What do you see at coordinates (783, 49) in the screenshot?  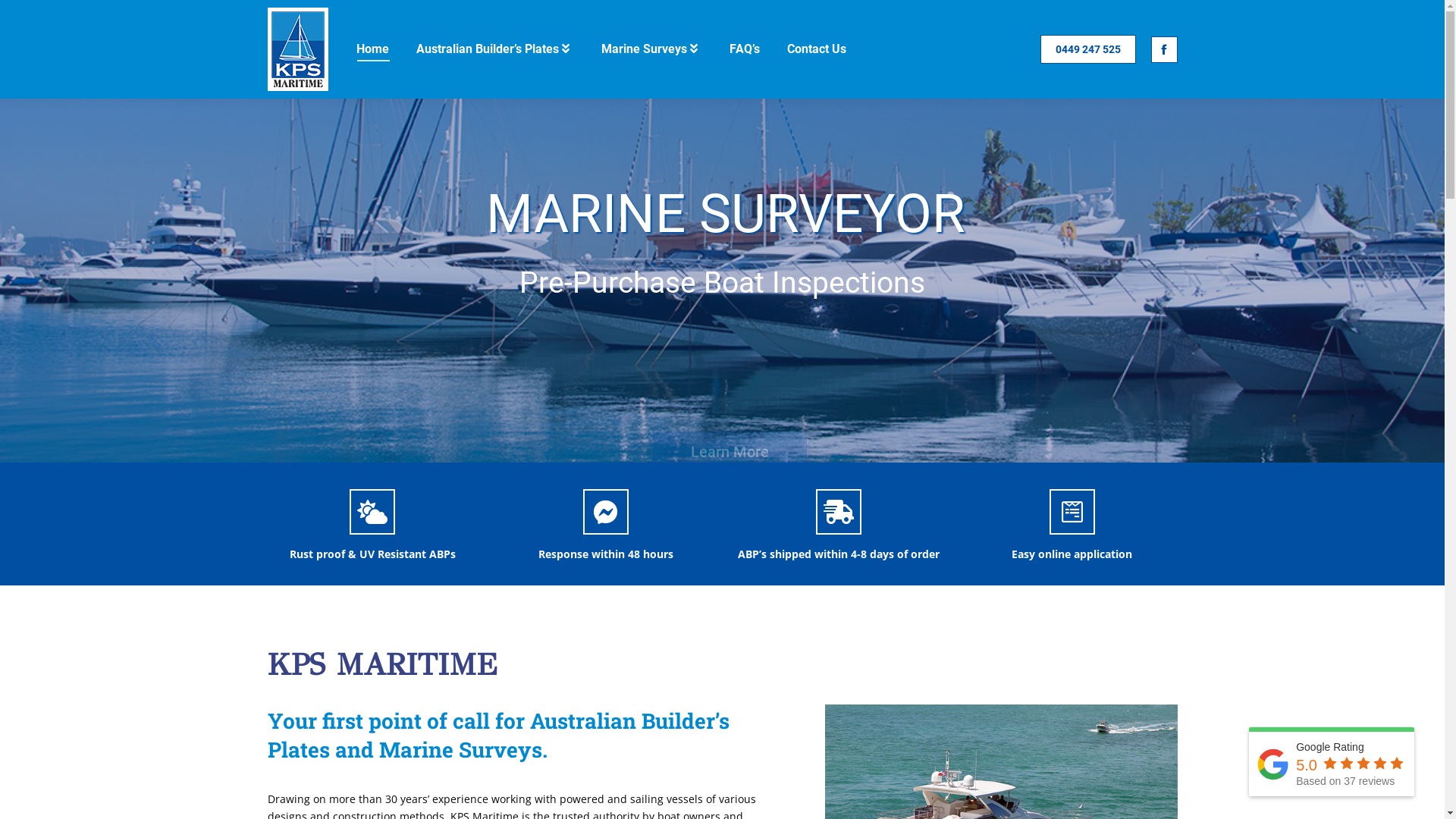 I see `'Contact Us'` at bounding box center [783, 49].